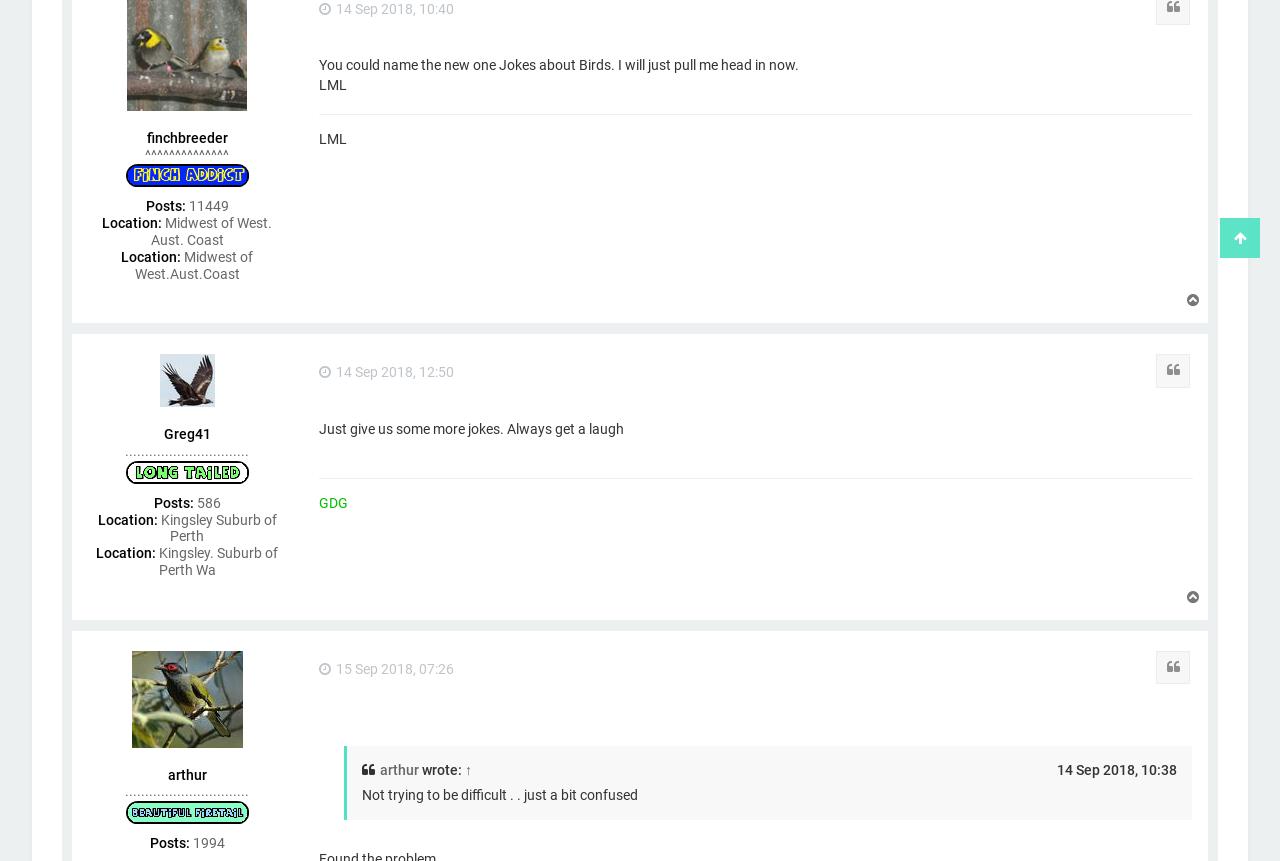 This screenshot has width=1280, height=861. I want to click on 'finchbreeder', so click(145, 136).